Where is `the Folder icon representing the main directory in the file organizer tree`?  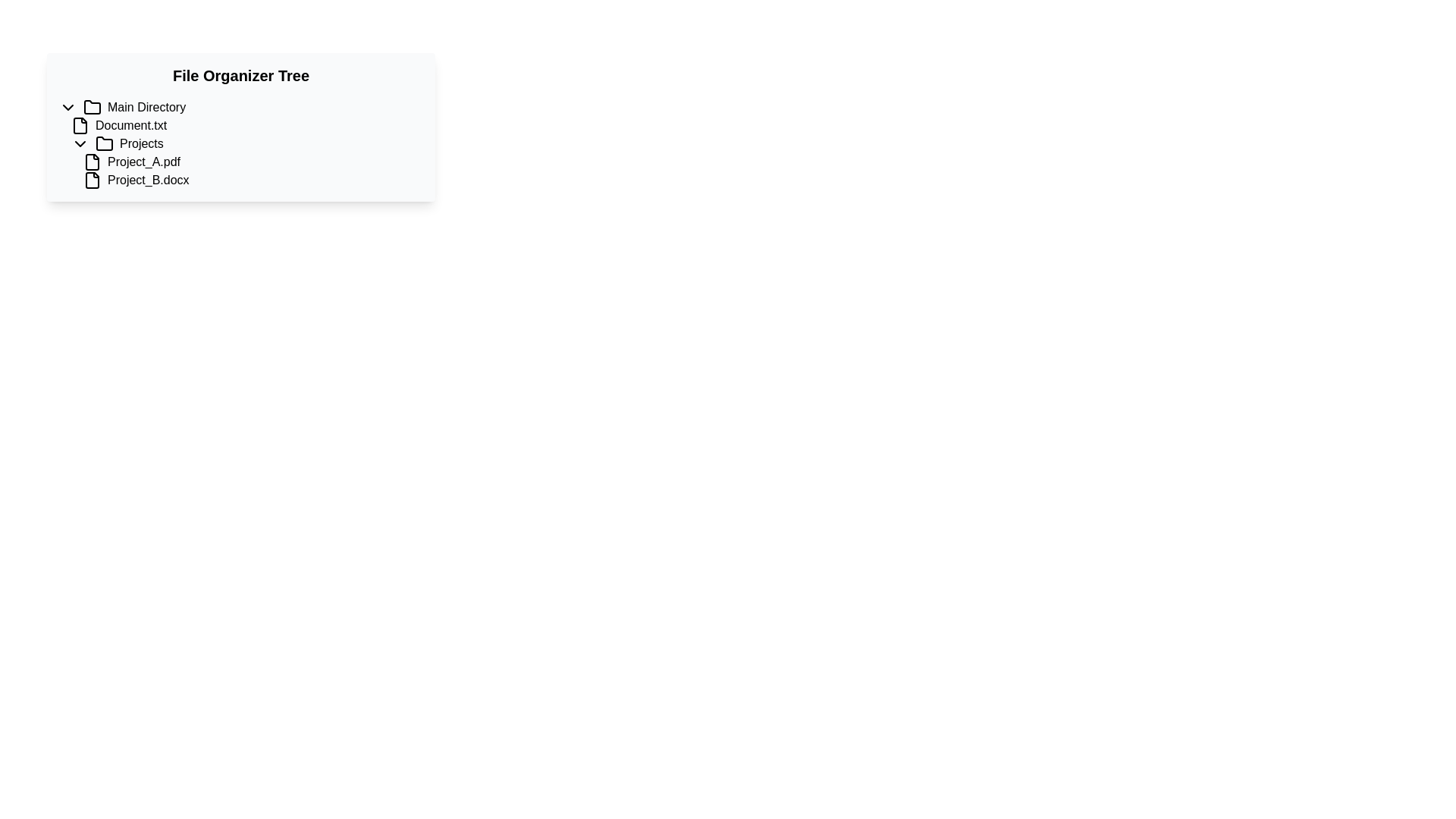
the Folder icon representing the main directory in the file organizer tree is located at coordinates (91, 106).